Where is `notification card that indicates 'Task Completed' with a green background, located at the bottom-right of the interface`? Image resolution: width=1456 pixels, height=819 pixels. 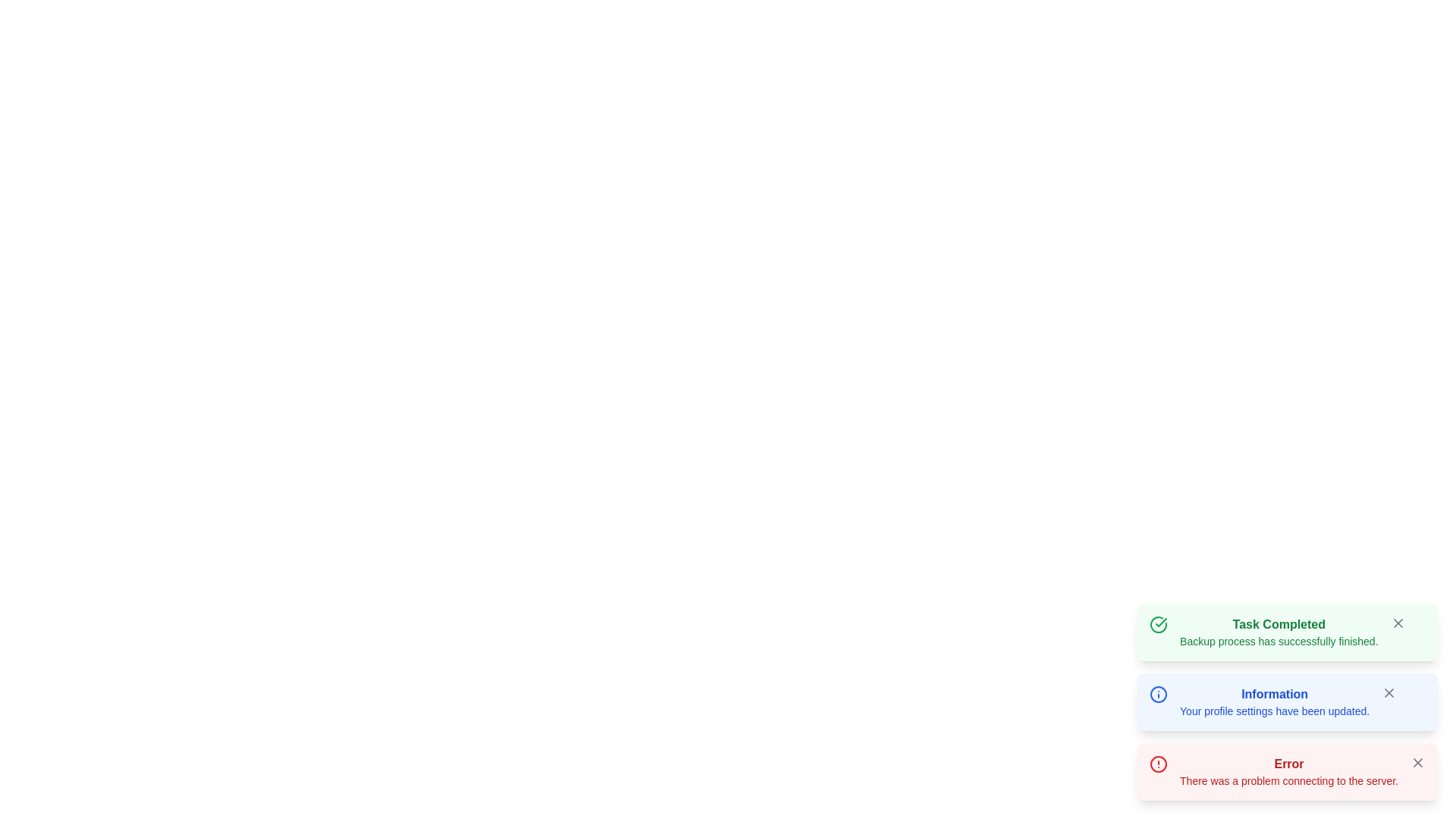 notification card that indicates 'Task Completed' with a green background, located at the bottom-right of the interface is located at coordinates (1287, 632).